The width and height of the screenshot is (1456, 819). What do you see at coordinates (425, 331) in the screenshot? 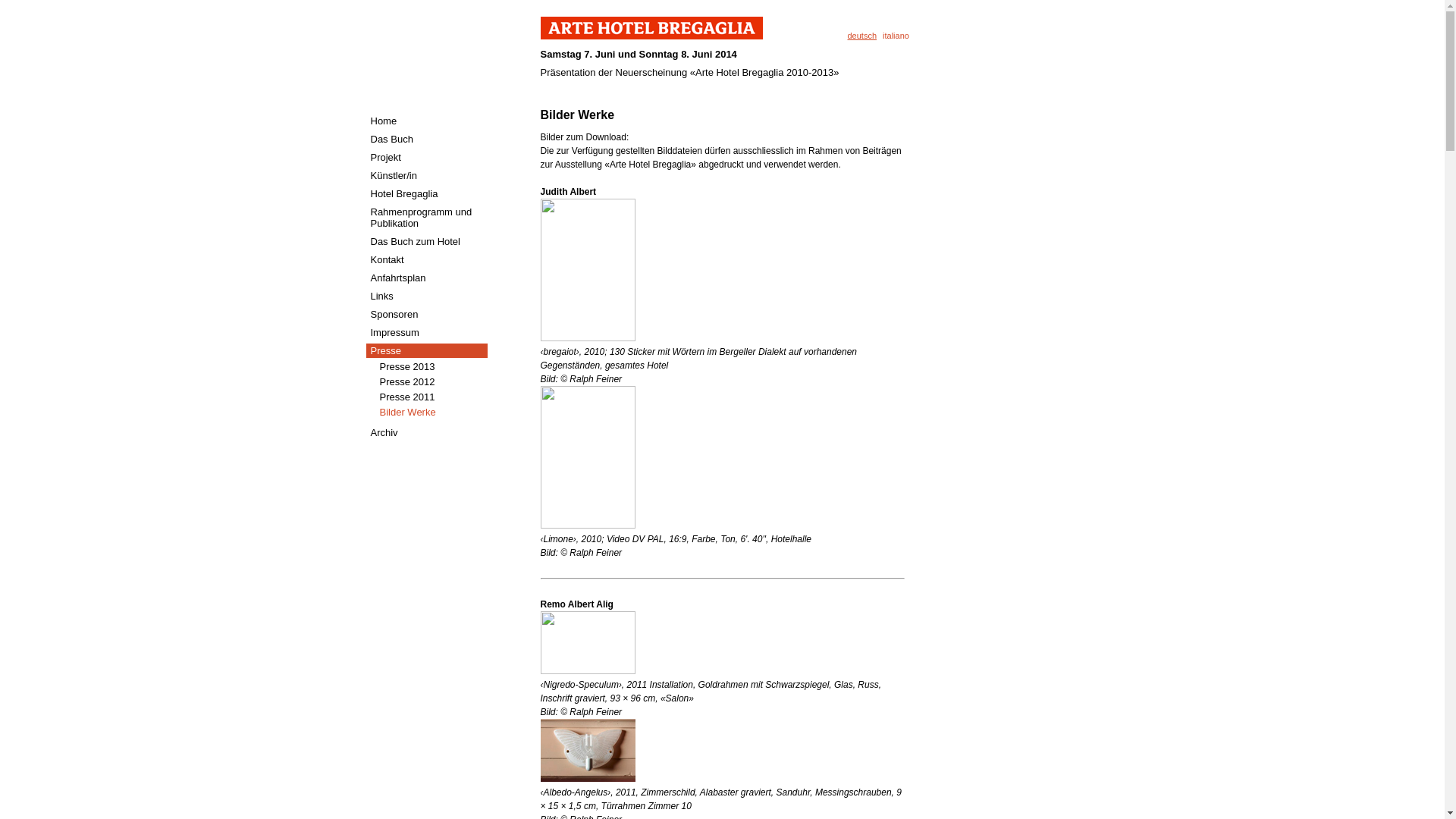
I see `'Impressum'` at bounding box center [425, 331].